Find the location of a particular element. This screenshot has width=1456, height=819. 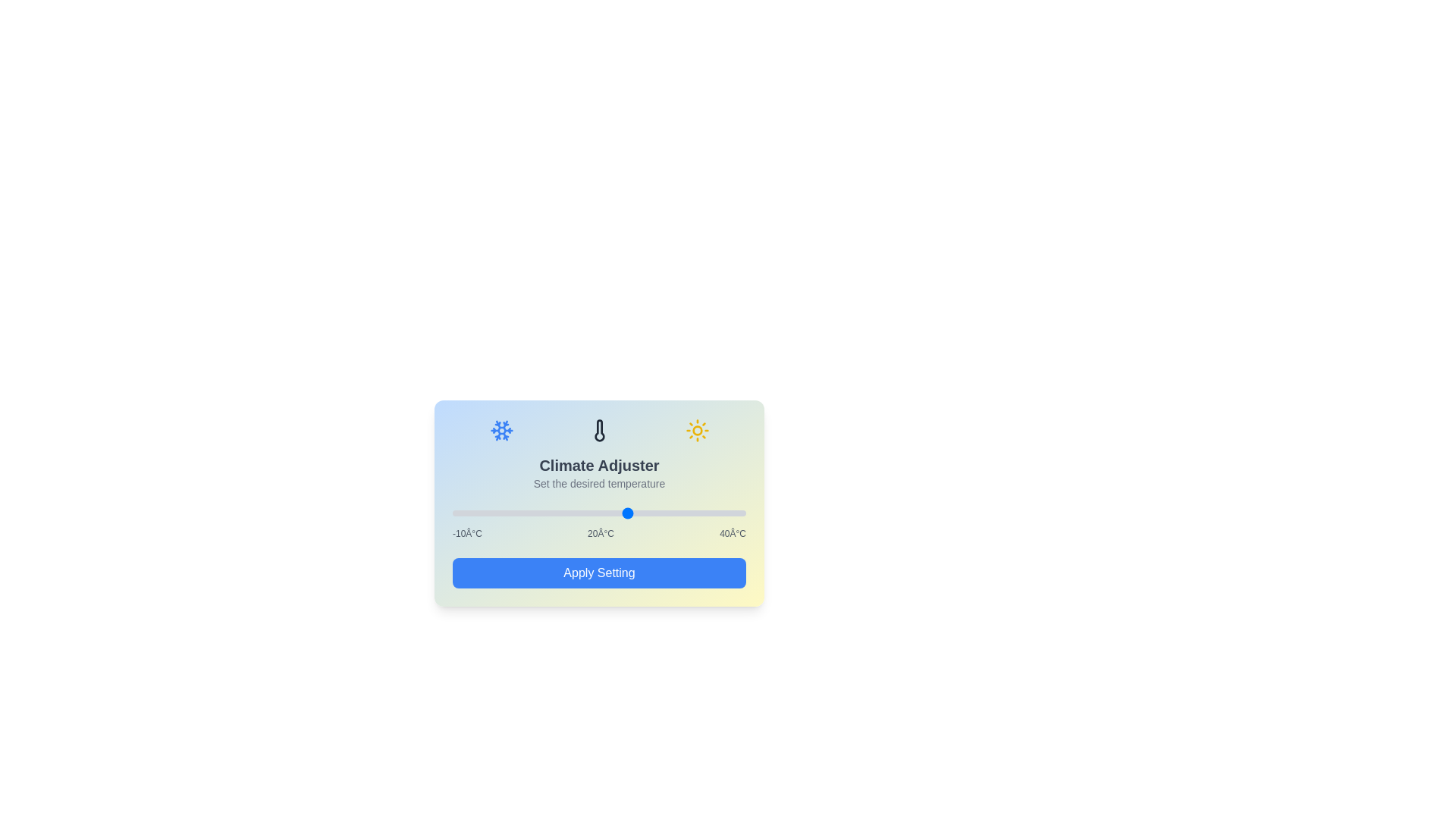

the 'Apply Setting' button to confirm the temperature is located at coordinates (598, 573).